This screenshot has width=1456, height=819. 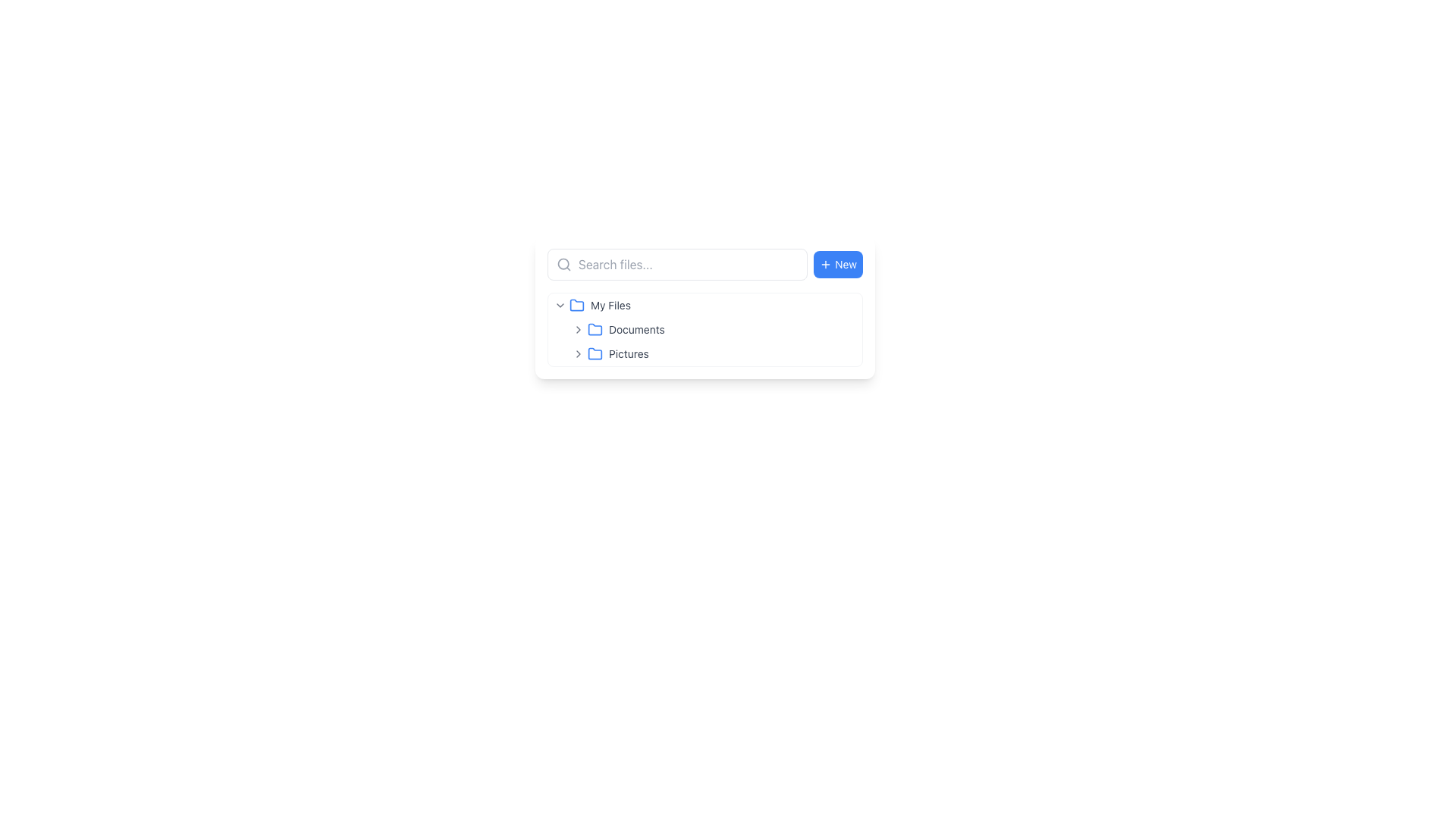 I want to click on the button containing the text label that indicates an action to create or add something new, located in the top-right corner of the interface, so click(x=845, y=263).